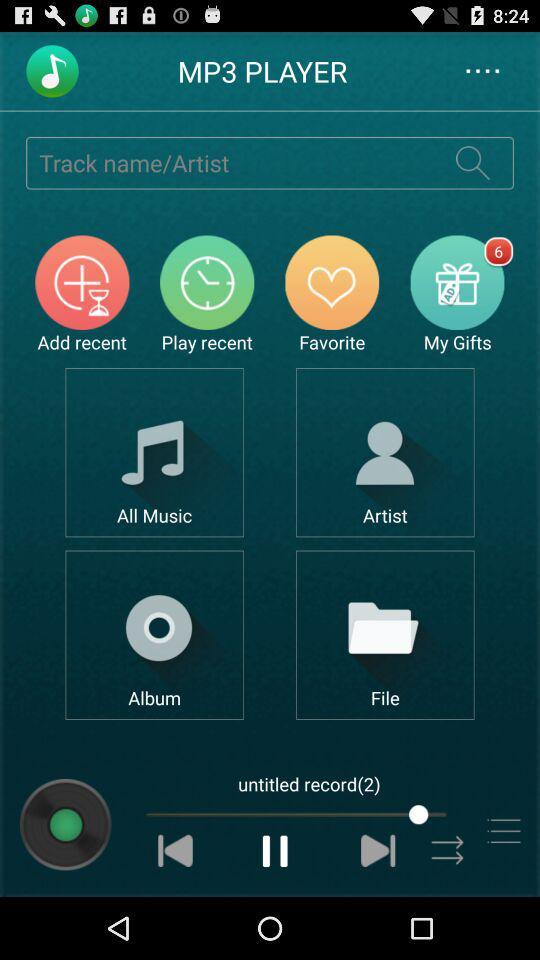  Describe the element at coordinates (502, 888) in the screenshot. I see `the list icon` at that location.